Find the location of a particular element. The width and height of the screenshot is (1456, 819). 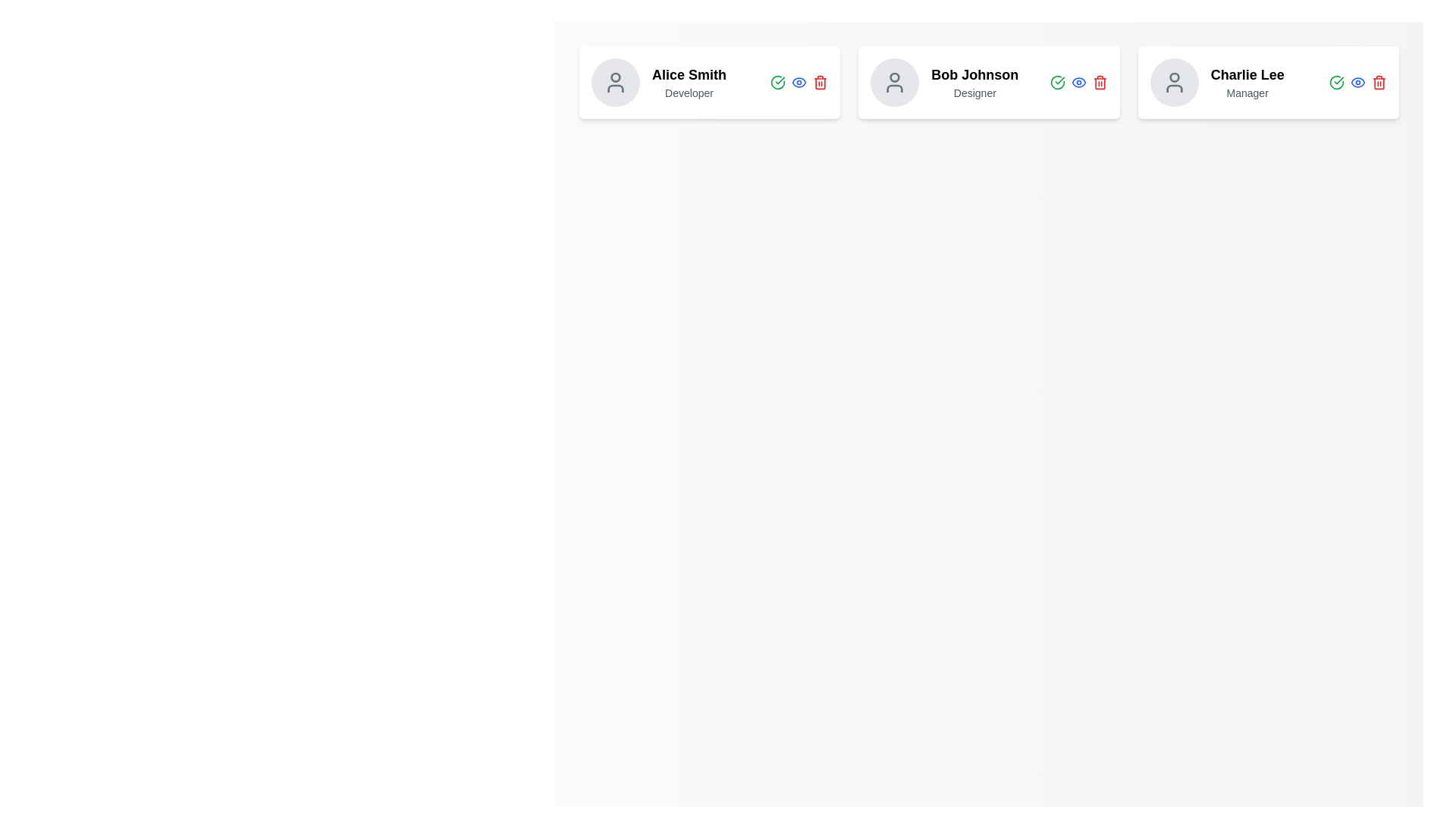

the confirmation icon button located at the top-right corner of Bob Johnson's profile card, which is the first icon in a row of interactive icons is located at coordinates (1056, 82).